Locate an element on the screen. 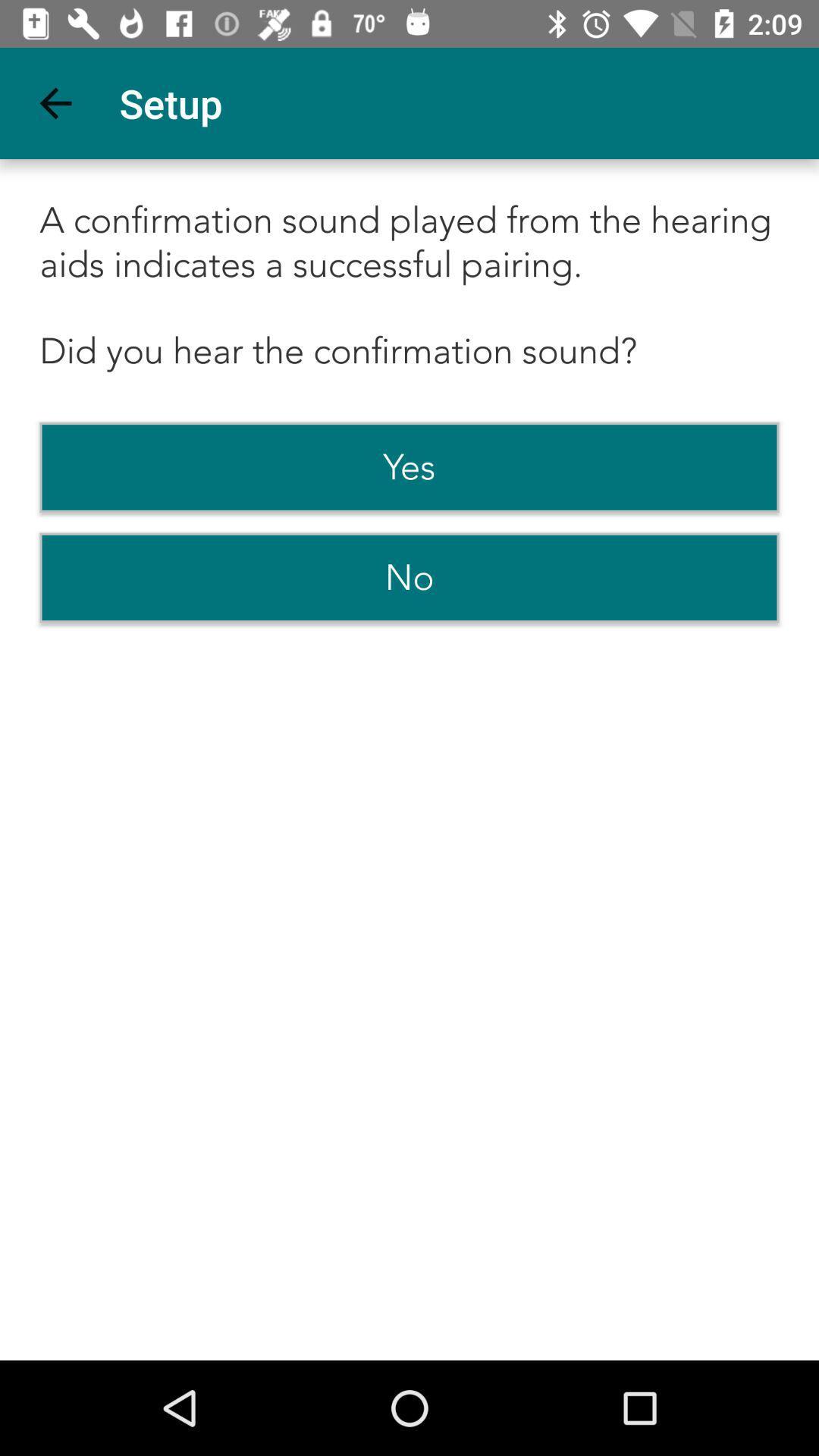  item above the no item is located at coordinates (409, 466).